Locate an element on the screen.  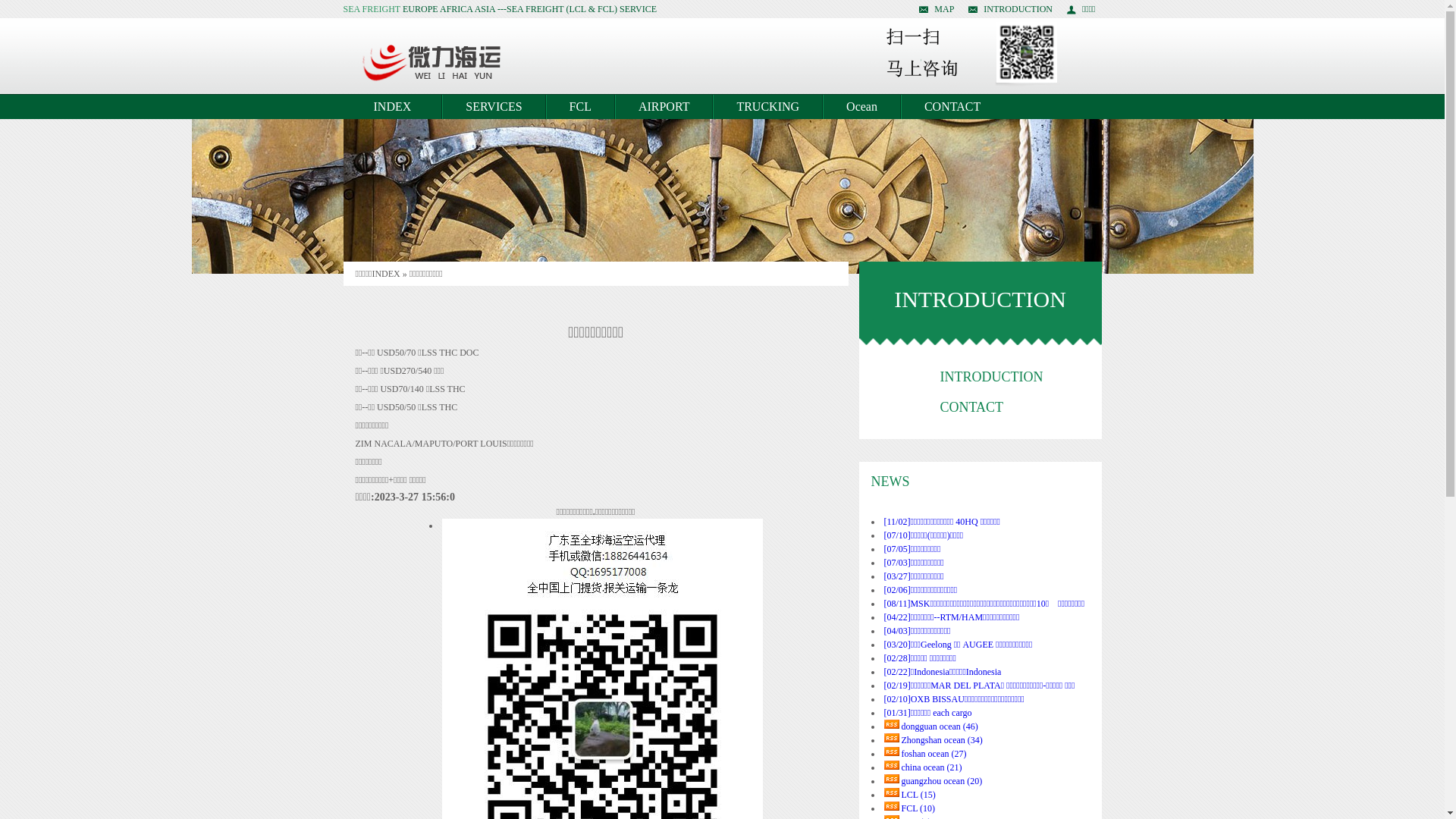
'FCL' is located at coordinates (579, 106).